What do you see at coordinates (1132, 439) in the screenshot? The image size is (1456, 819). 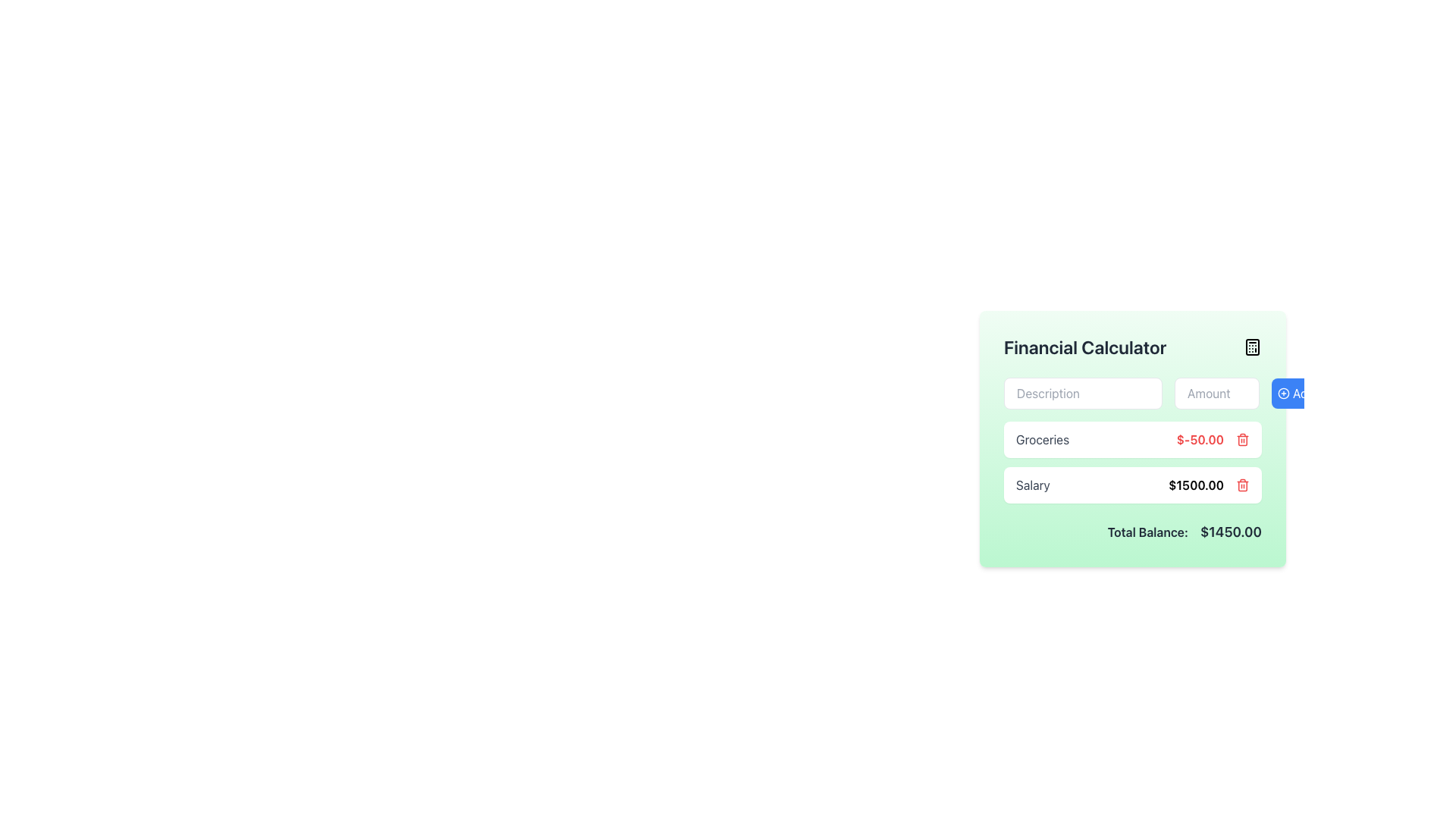 I see `the first list item displaying the transaction entry for 'Groceries' with the amount '$-50.00'` at bounding box center [1132, 439].